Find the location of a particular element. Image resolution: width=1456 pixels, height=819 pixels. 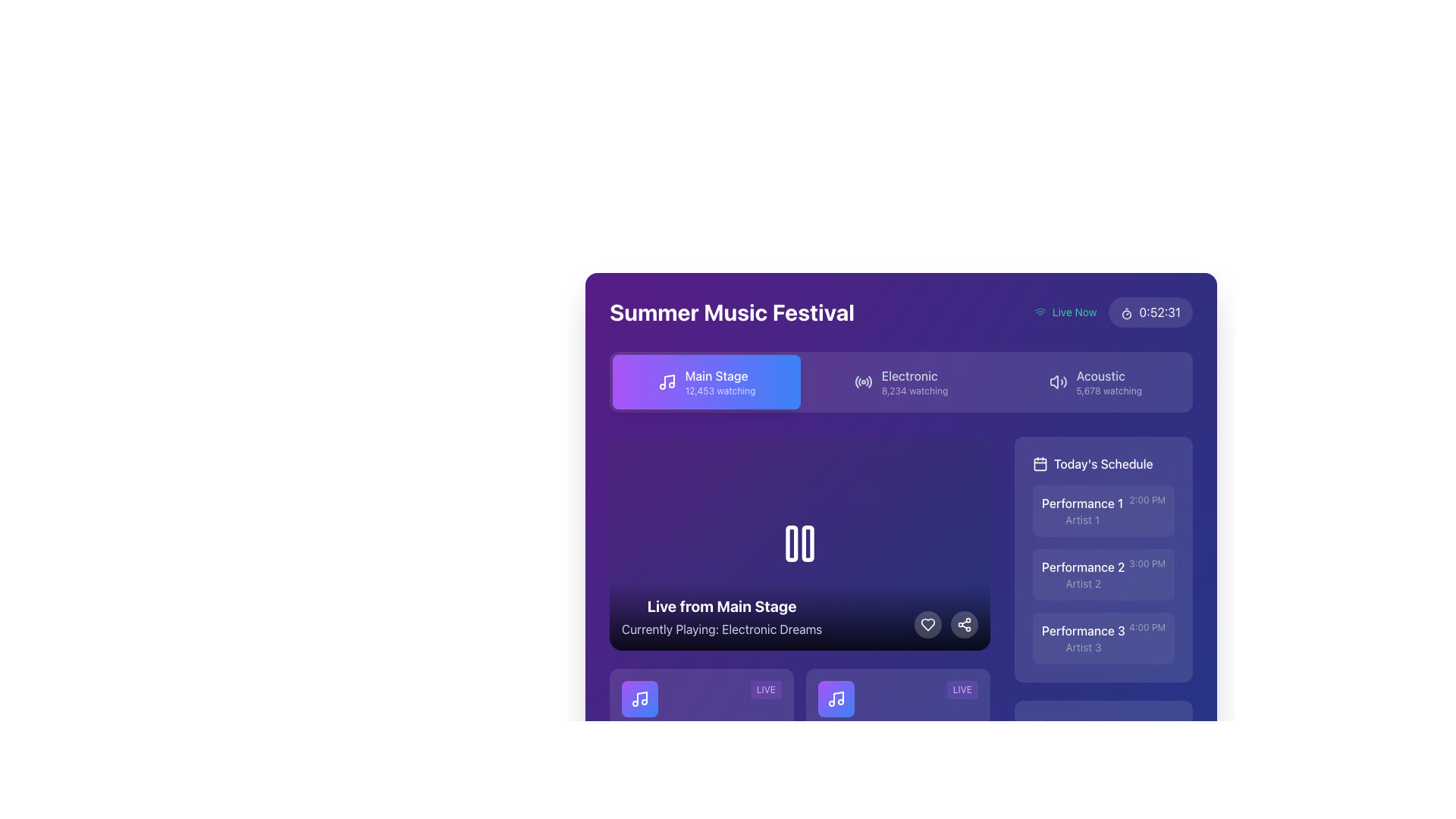

title text element located at the top-left corner of the visible interface, which indicates the context of the presented content is located at coordinates (732, 312).